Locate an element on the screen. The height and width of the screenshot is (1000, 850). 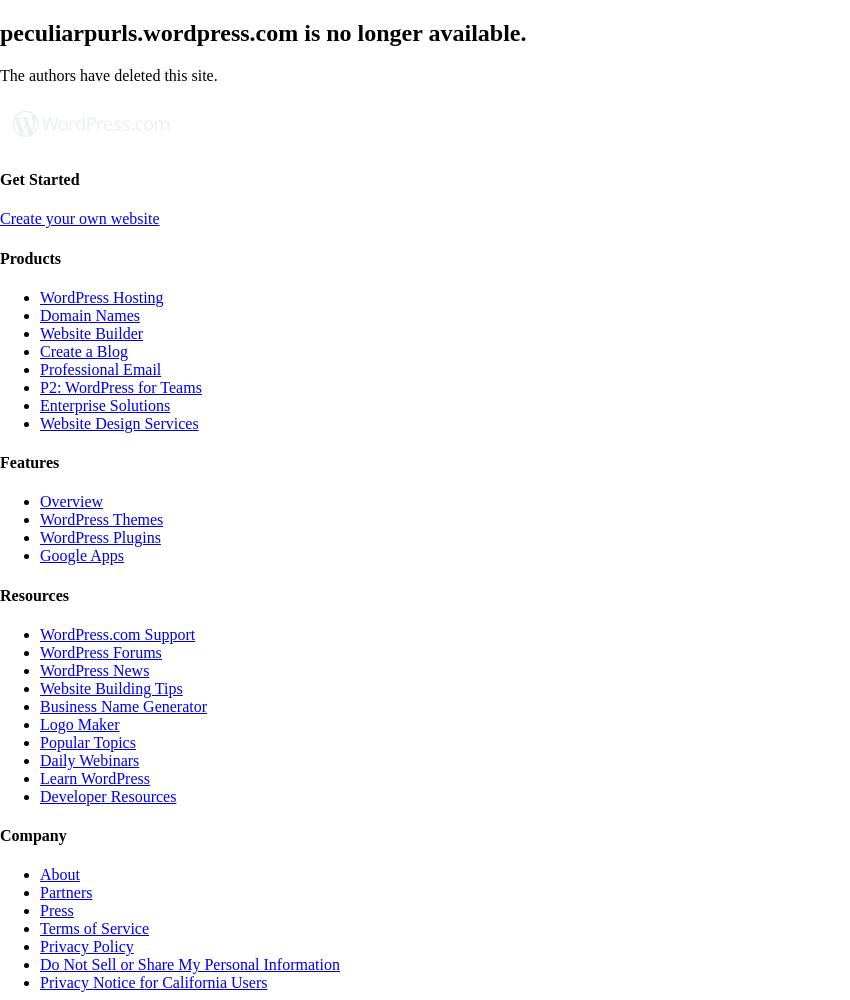
'Terms of Service' is located at coordinates (93, 928).